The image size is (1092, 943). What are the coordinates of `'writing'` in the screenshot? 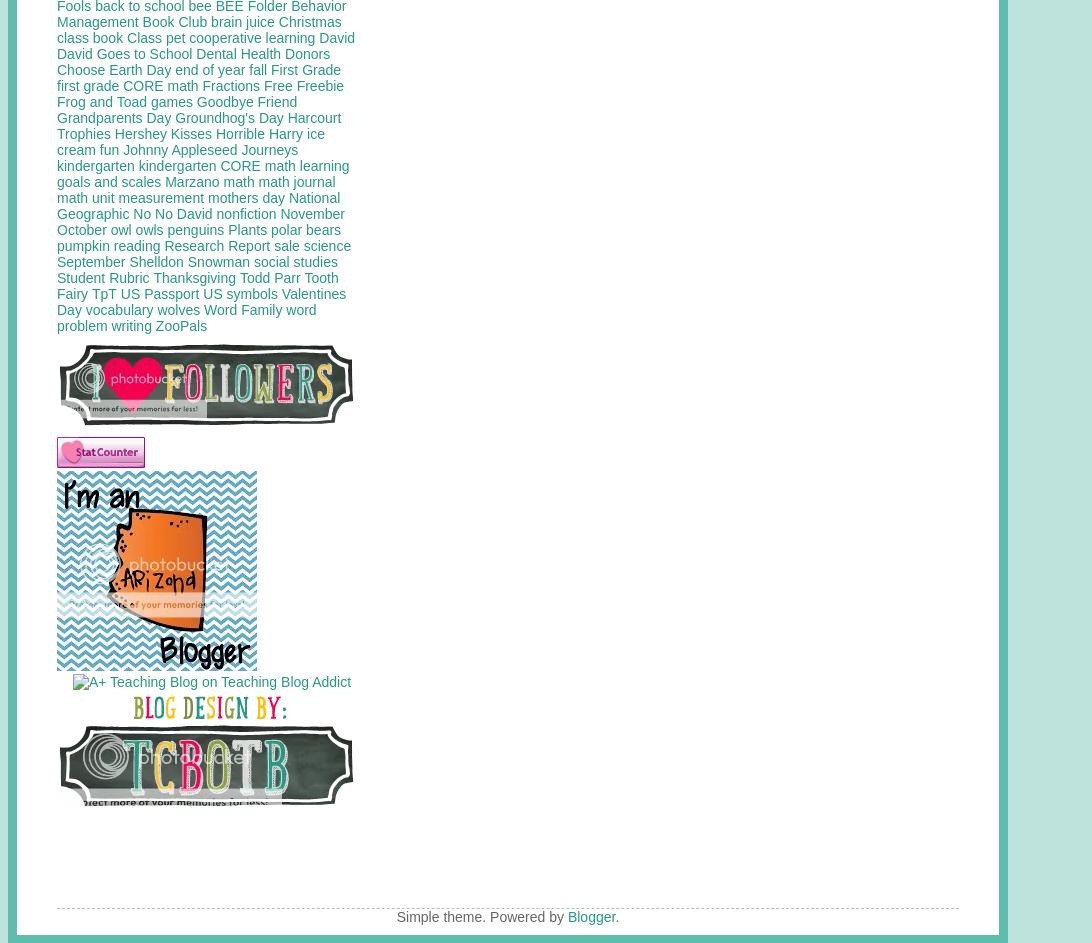 It's located at (131, 324).